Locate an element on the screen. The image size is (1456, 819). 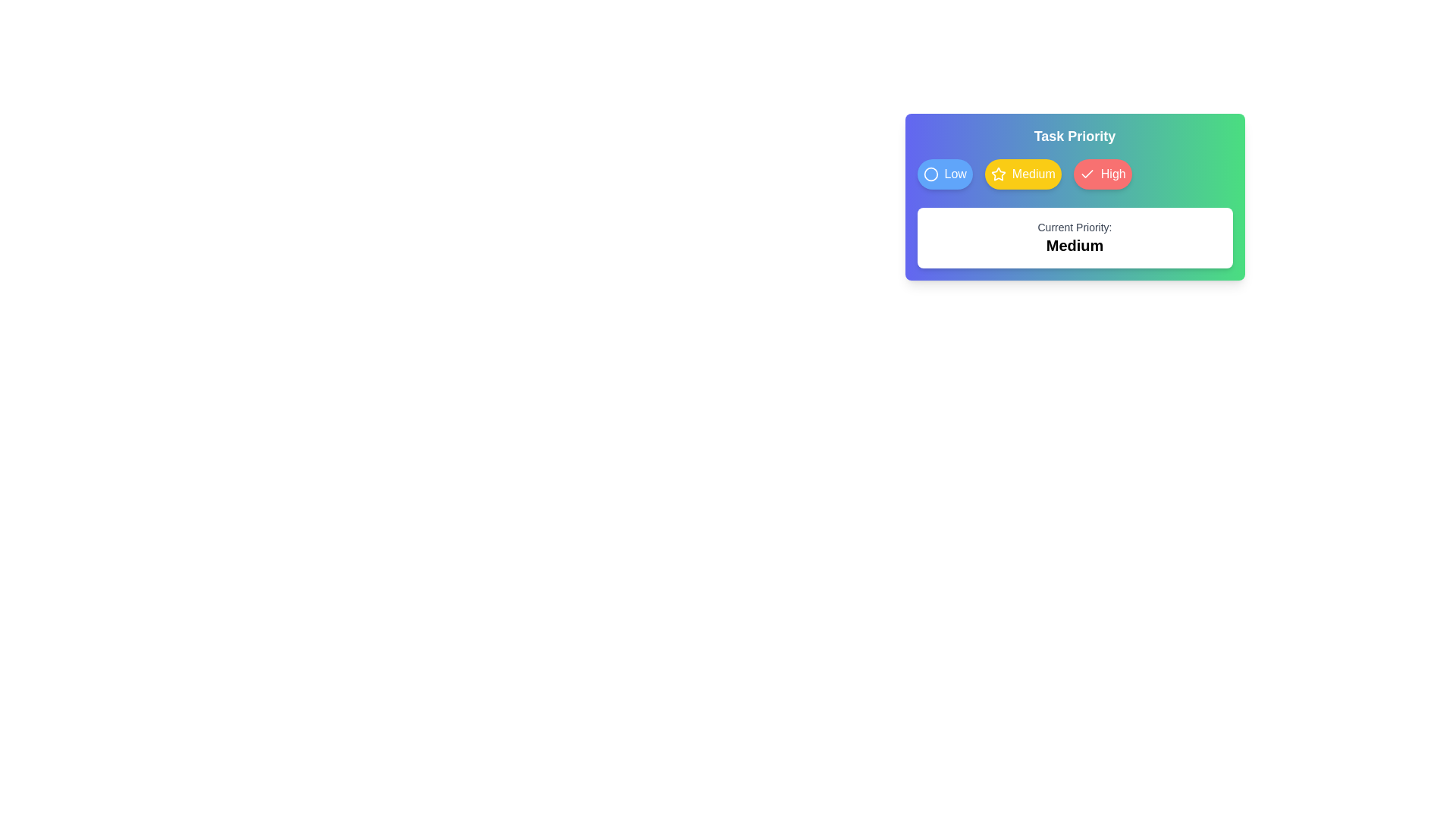
the text label element that displays 'Current Priority:' which is styled in gray and positioned above the priority value 'Medium' is located at coordinates (1074, 227).